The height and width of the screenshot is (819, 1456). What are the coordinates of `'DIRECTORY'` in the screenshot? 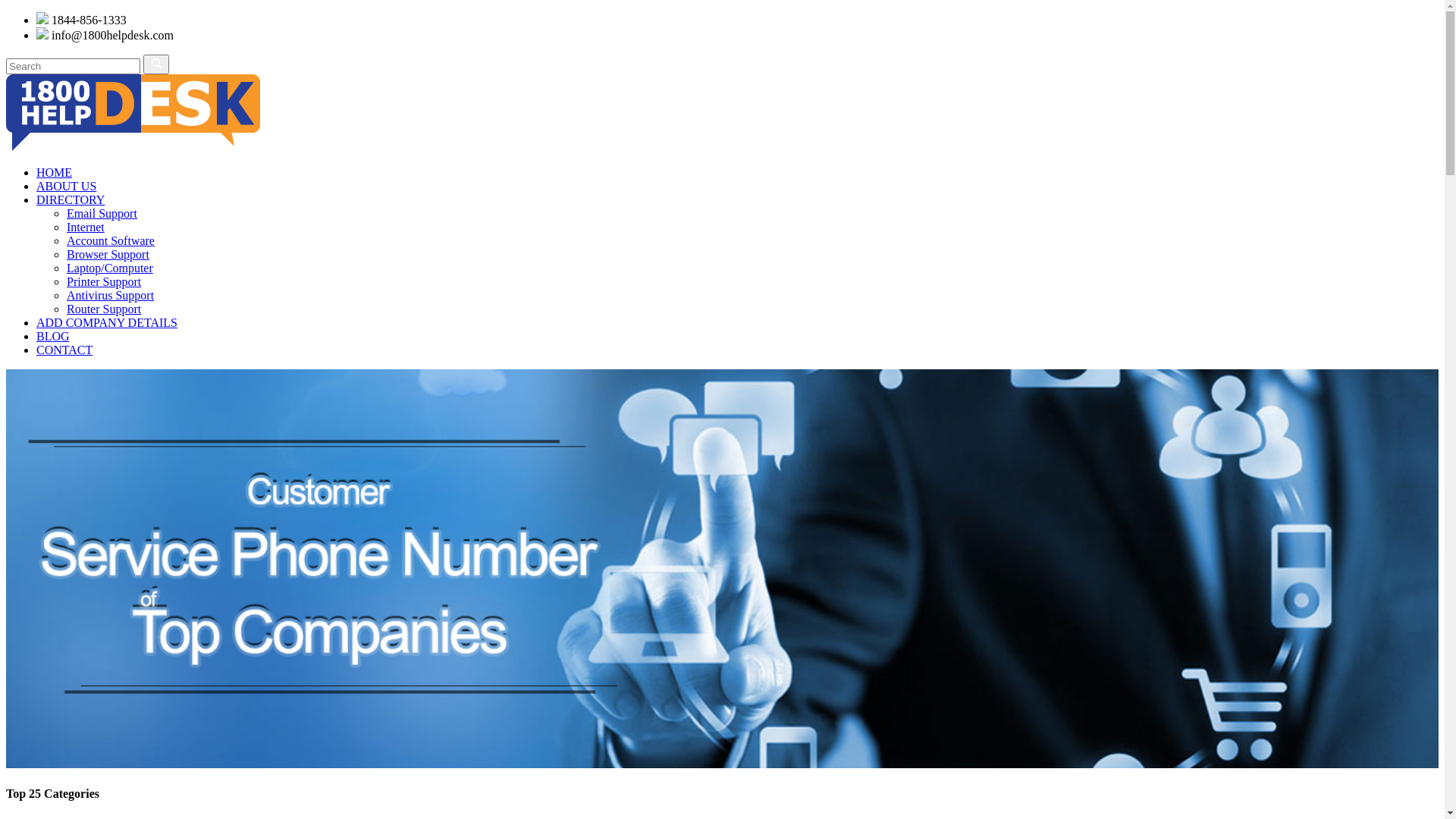 It's located at (69, 199).